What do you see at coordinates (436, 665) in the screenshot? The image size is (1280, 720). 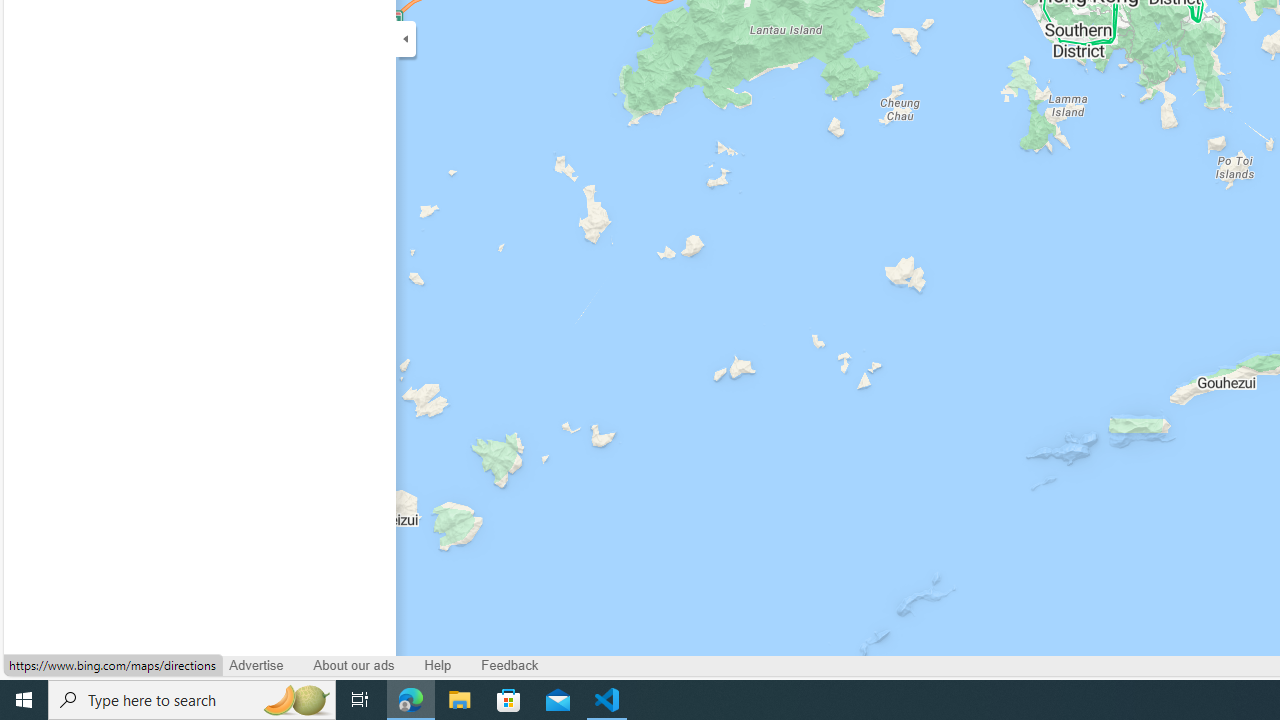 I see `'Help'` at bounding box center [436, 665].